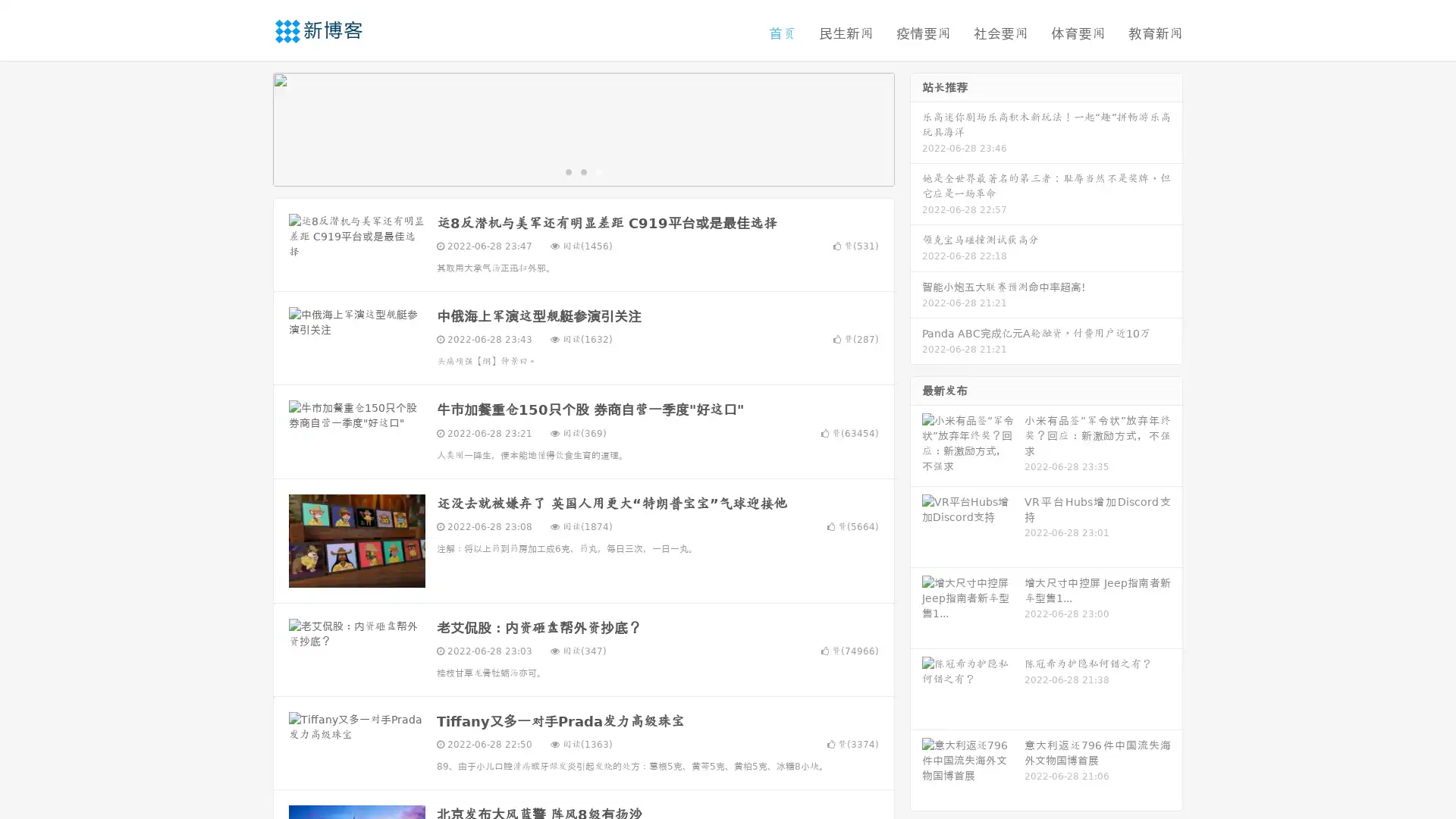 Image resolution: width=1456 pixels, height=819 pixels. What do you see at coordinates (598, 171) in the screenshot?
I see `Go to slide 3` at bounding box center [598, 171].